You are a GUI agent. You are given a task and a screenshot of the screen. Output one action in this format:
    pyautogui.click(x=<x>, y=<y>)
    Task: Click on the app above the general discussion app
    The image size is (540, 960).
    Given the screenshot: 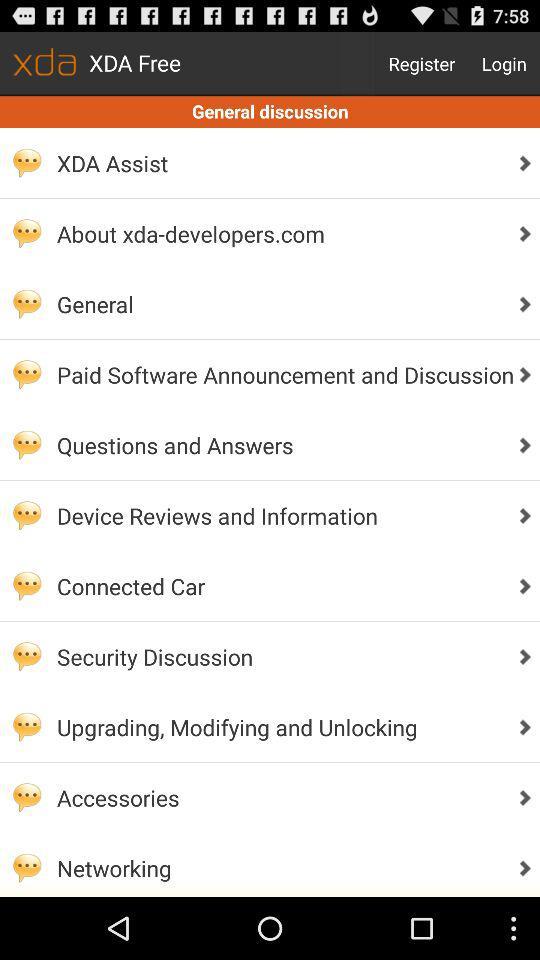 What is the action you would take?
    pyautogui.click(x=421, y=63)
    